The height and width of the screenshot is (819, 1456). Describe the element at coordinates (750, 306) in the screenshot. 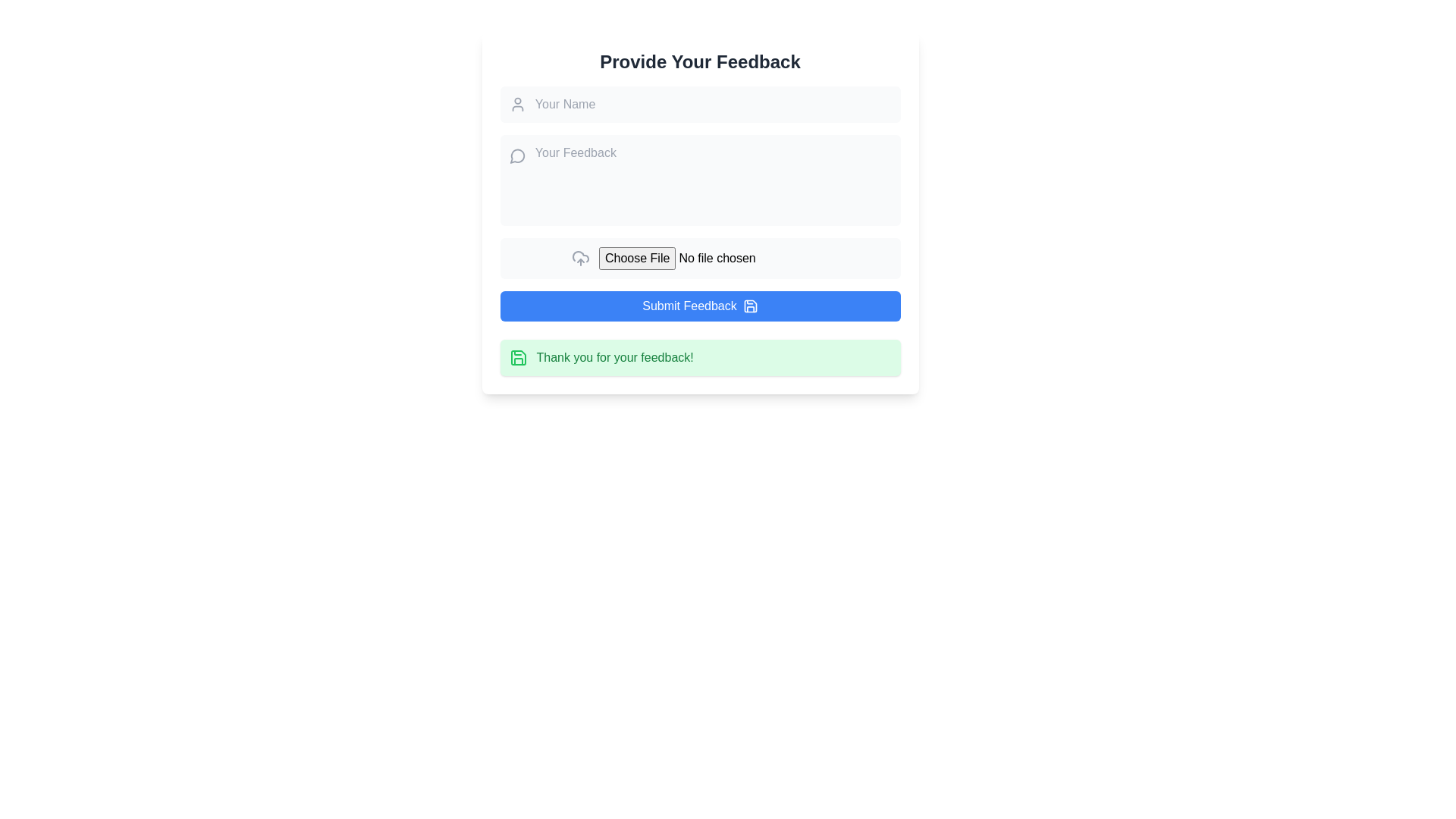

I see `the save icon which resembles a diskette symbol, located within the blue 'Submit Feedback' button` at that location.